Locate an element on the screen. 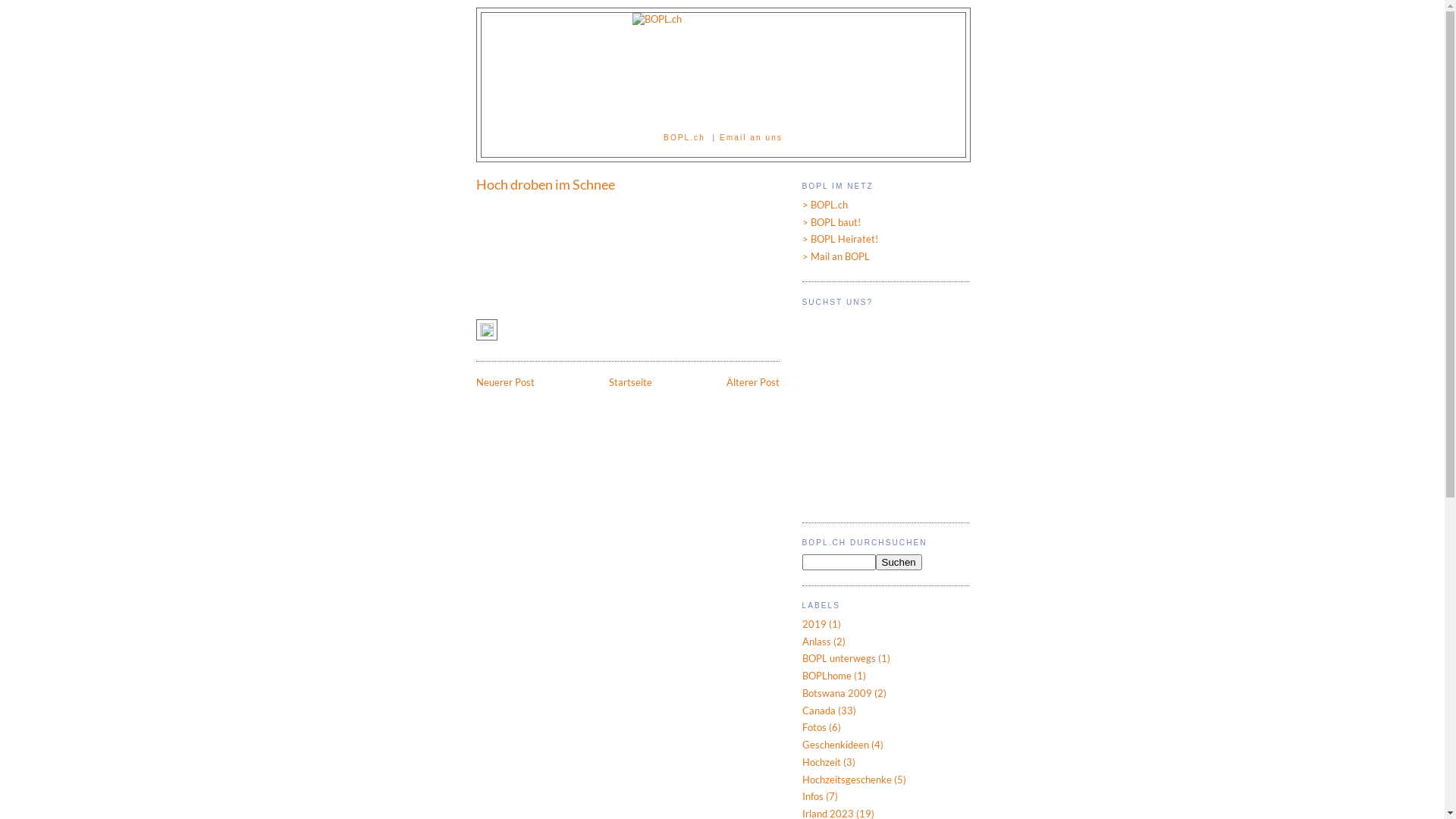 The height and width of the screenshot is (819, 1456). '> BOPL baut!' is located at coordinates (801, 222).